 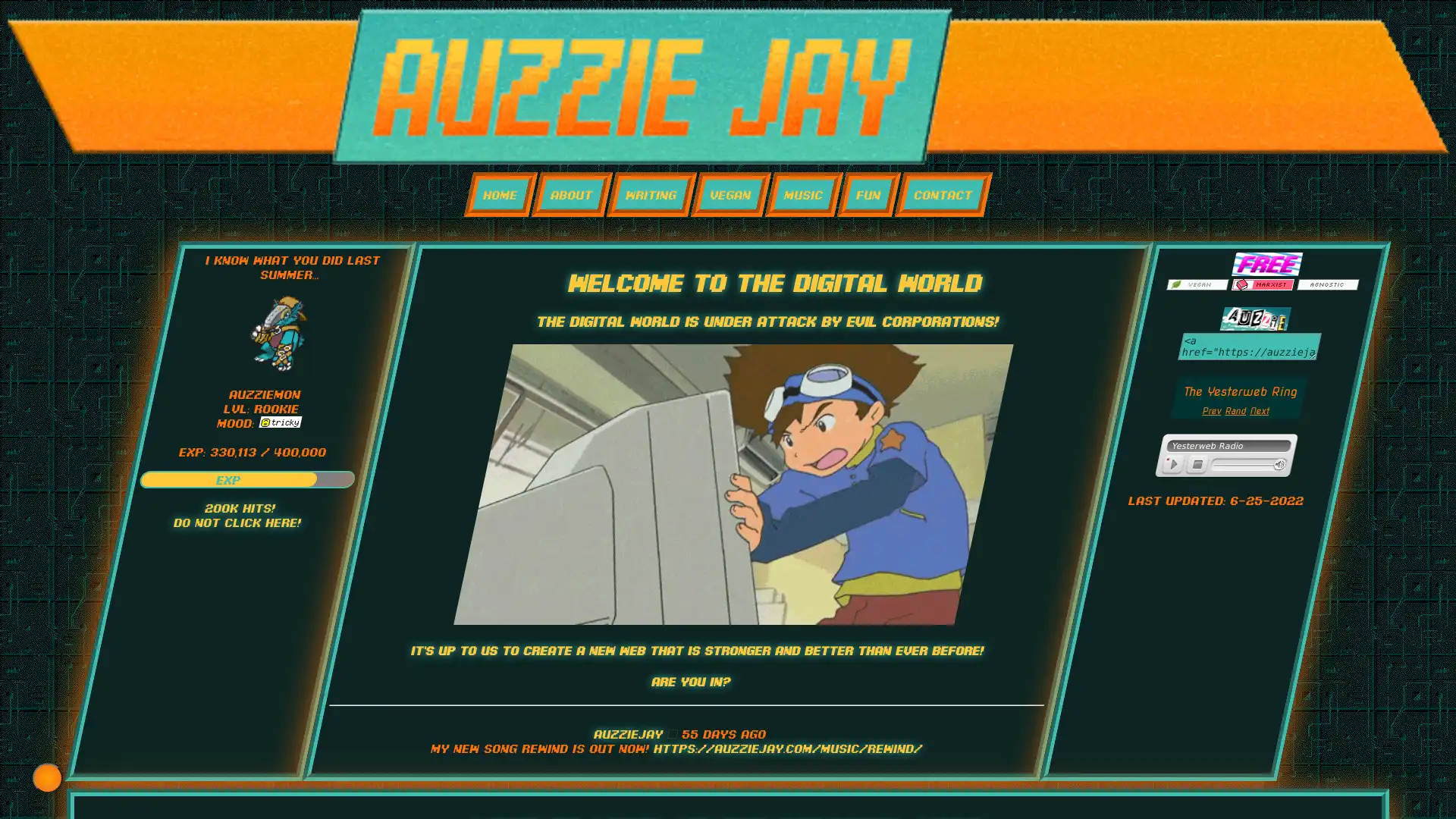 I want to click on ABOUT, so click(x=570, y=193).